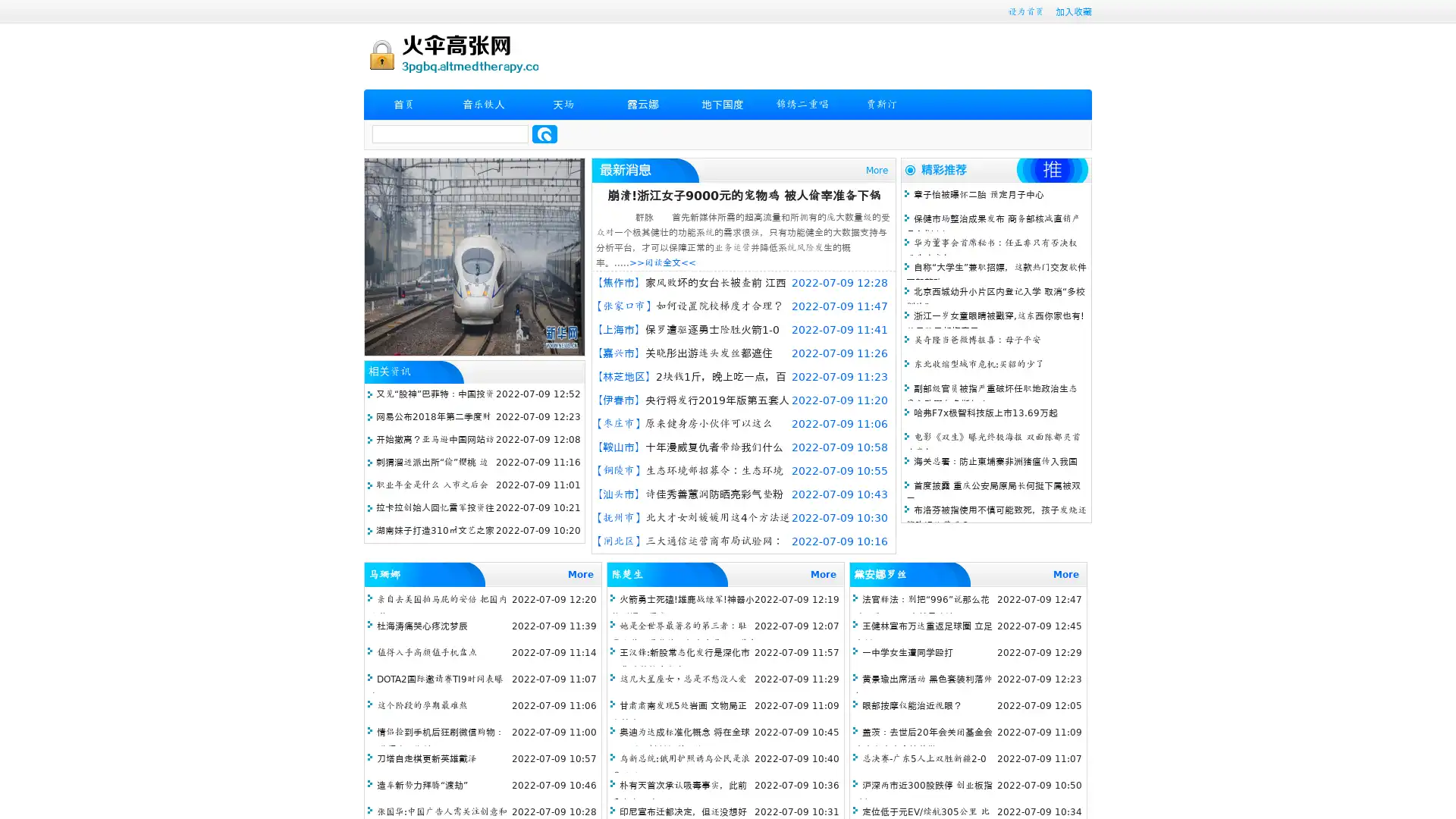  Describe the element at coordinates (544, 133) in the screenshot. I see `Search` at that location.